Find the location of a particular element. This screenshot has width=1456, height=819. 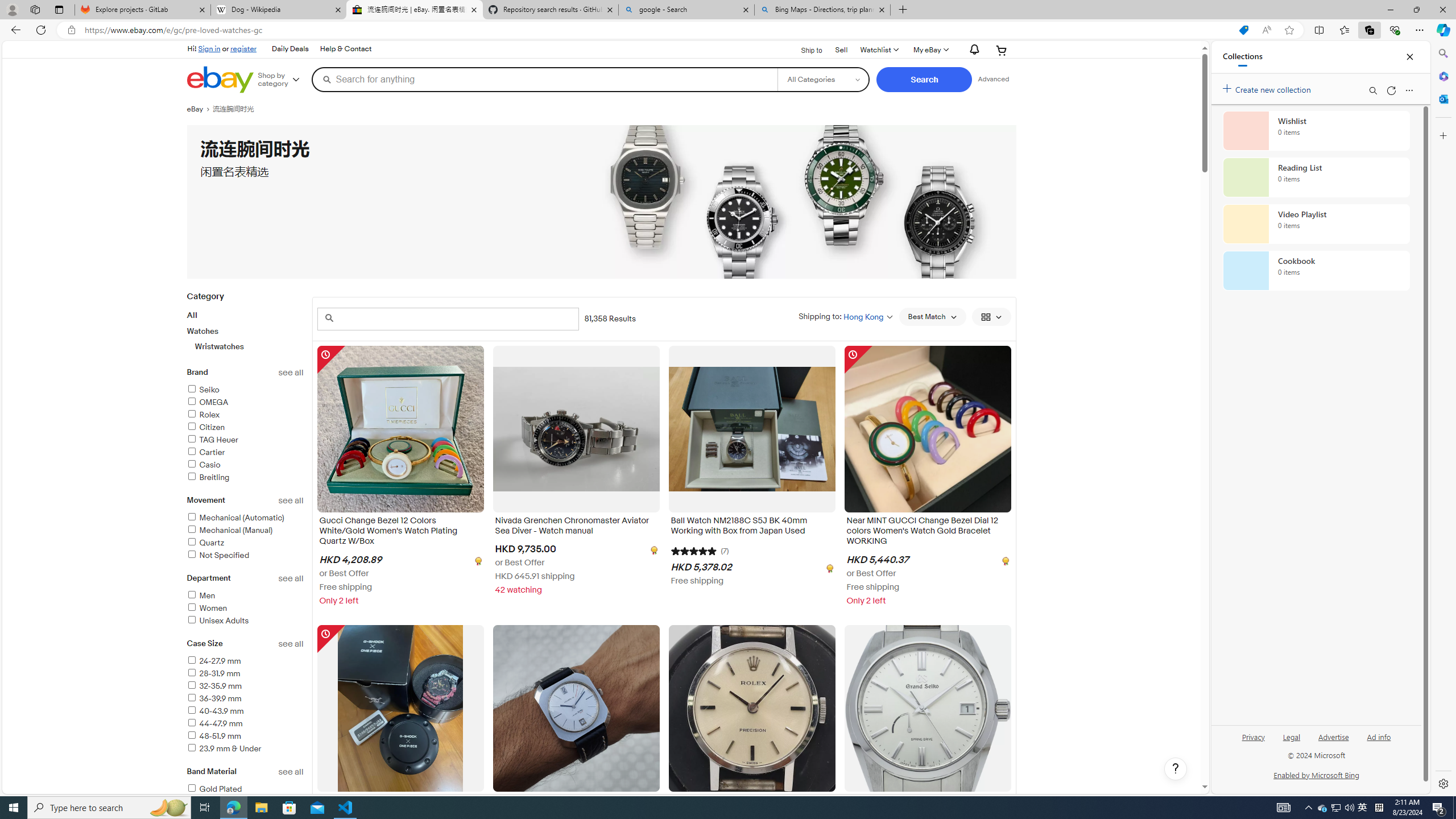

'OMEGA' is located at coordinates (245, 403).